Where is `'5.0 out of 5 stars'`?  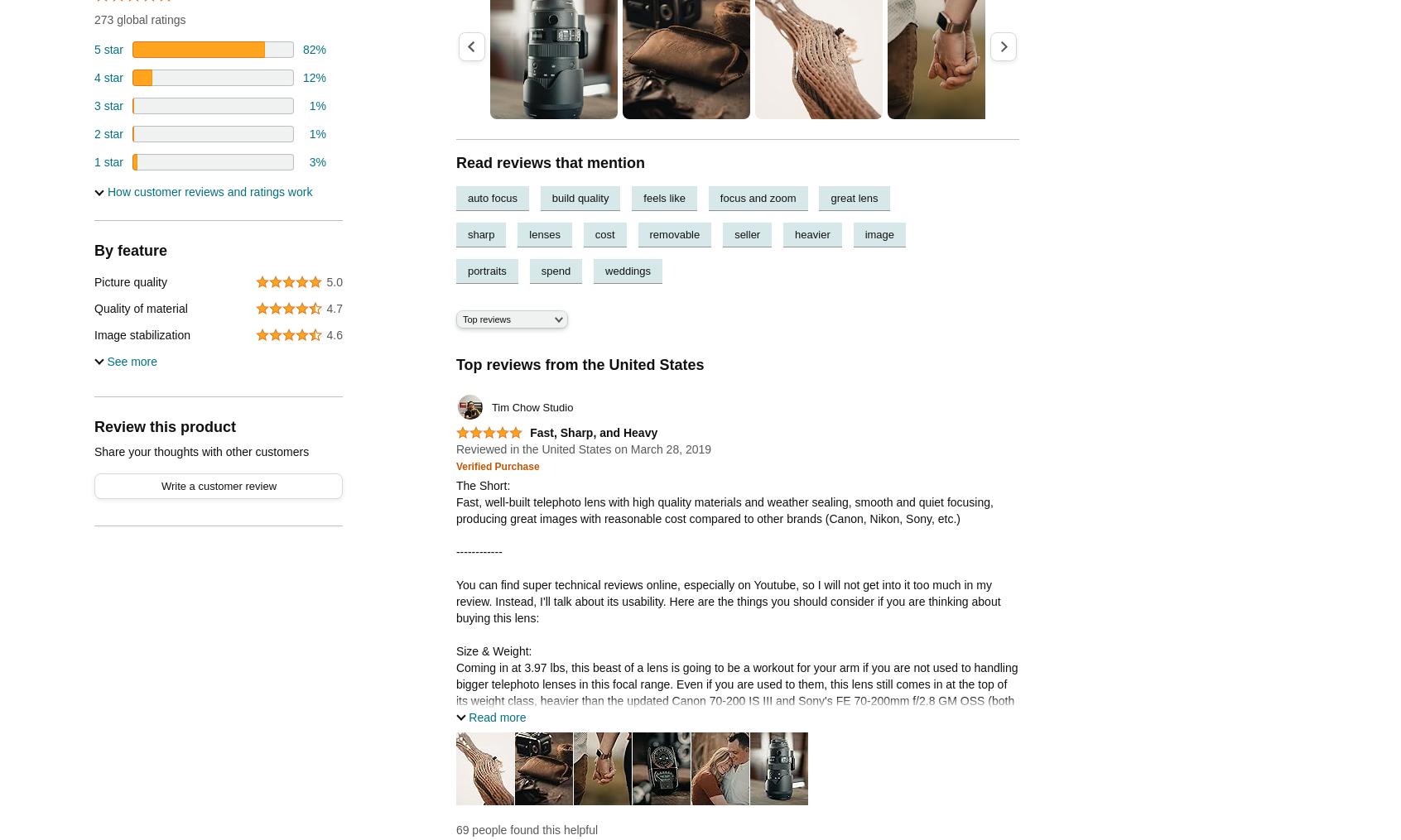
'5.0 out of 5 stars' is located at coordinates (484, 439).